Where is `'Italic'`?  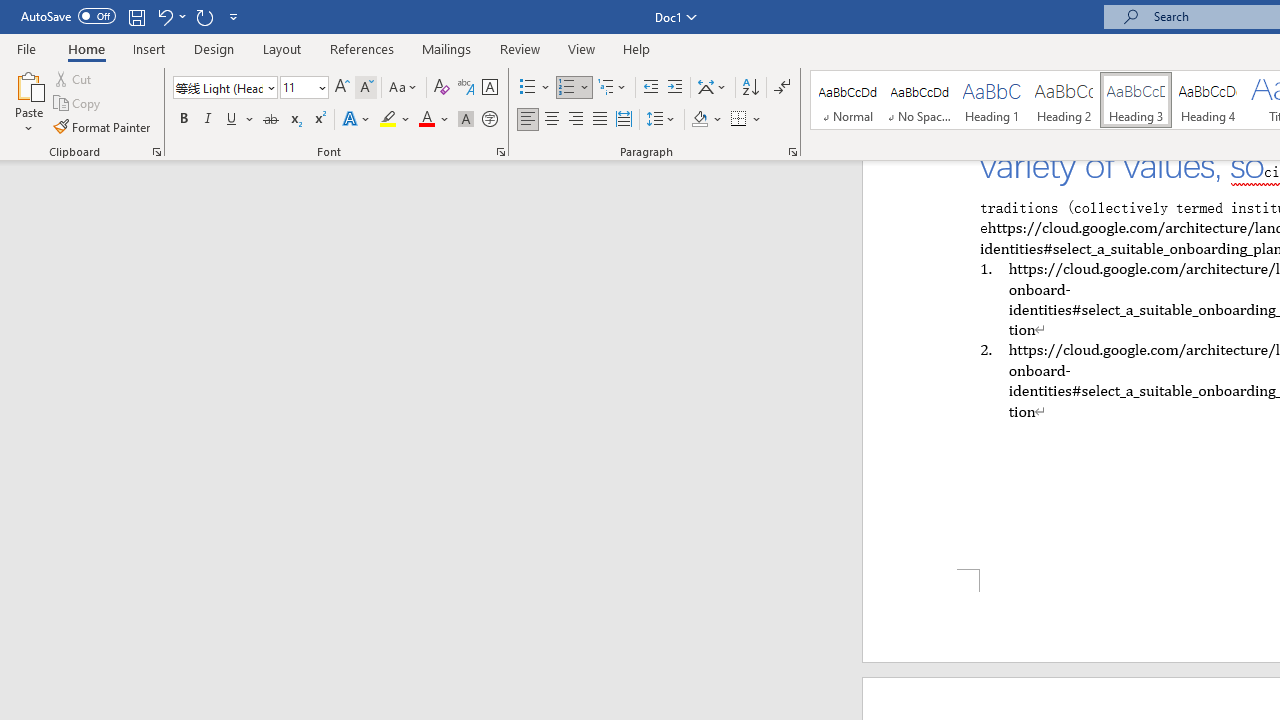
'Italic' is located at coordinates (208, 119).